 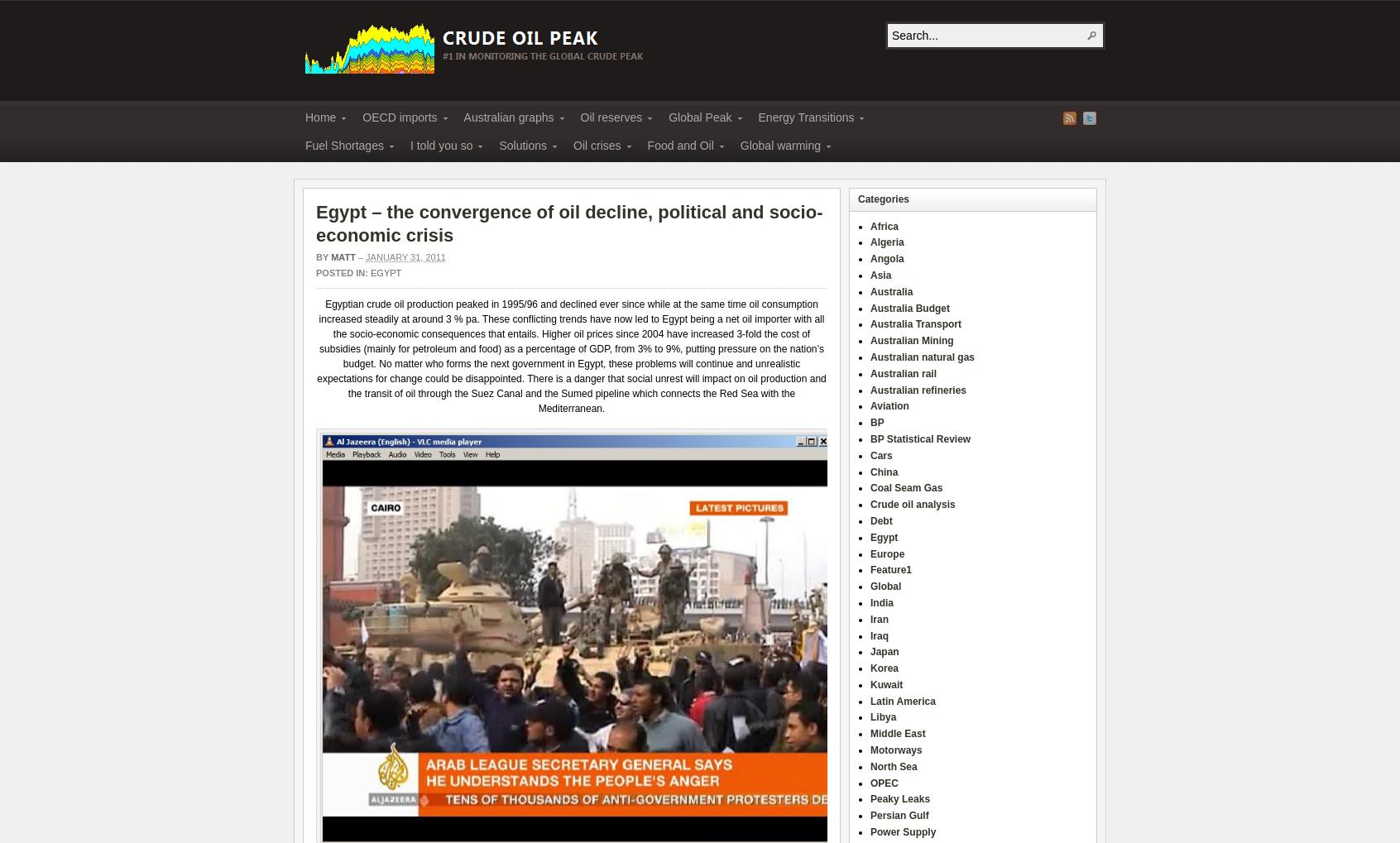 What do you see at coordinates (911, 339) in the screenshot?
I see `'Australian Mining'` at bounding box center [911, 339].